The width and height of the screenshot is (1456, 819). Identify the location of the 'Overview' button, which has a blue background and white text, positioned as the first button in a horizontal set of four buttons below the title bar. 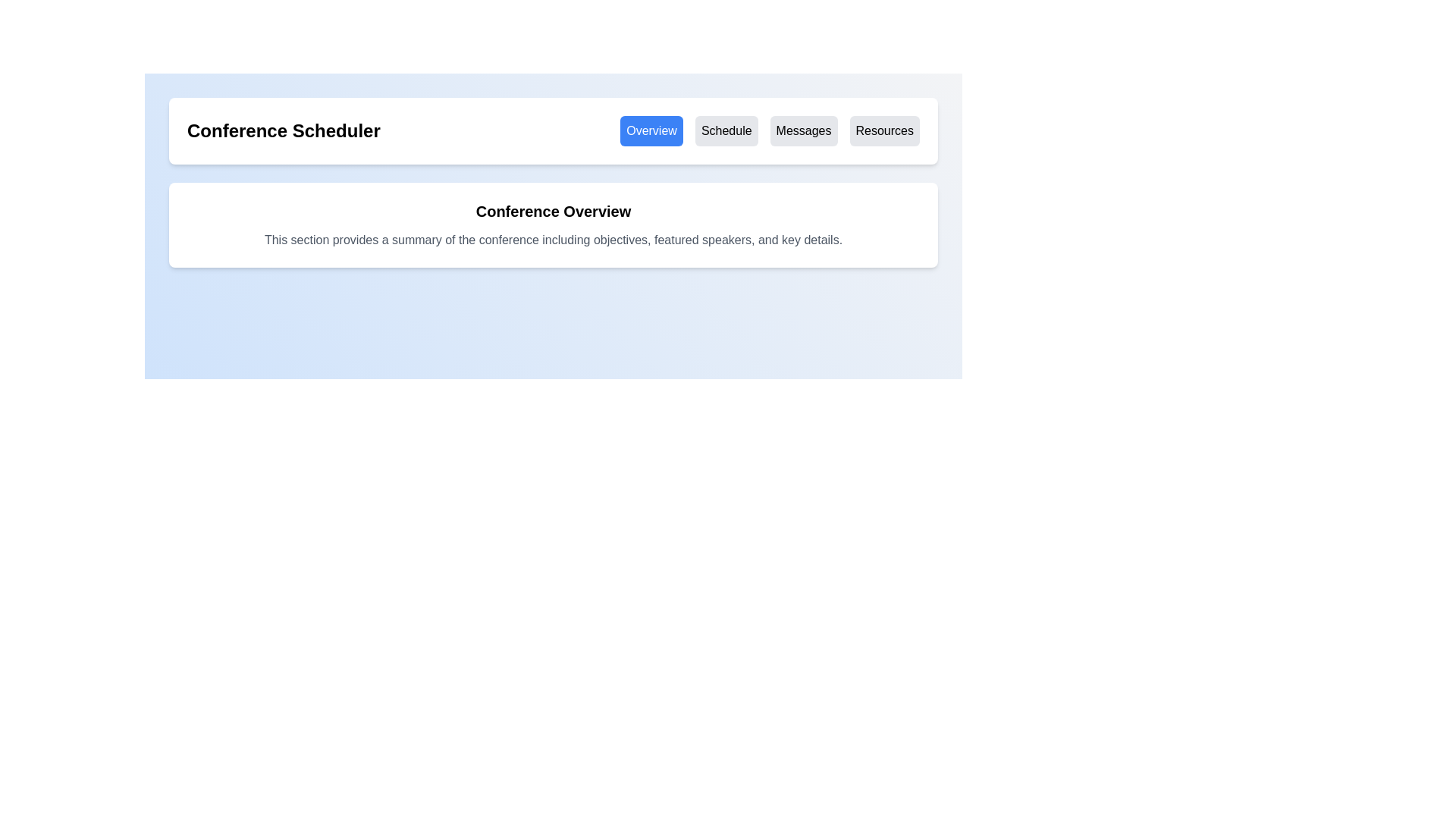
(651, 130).